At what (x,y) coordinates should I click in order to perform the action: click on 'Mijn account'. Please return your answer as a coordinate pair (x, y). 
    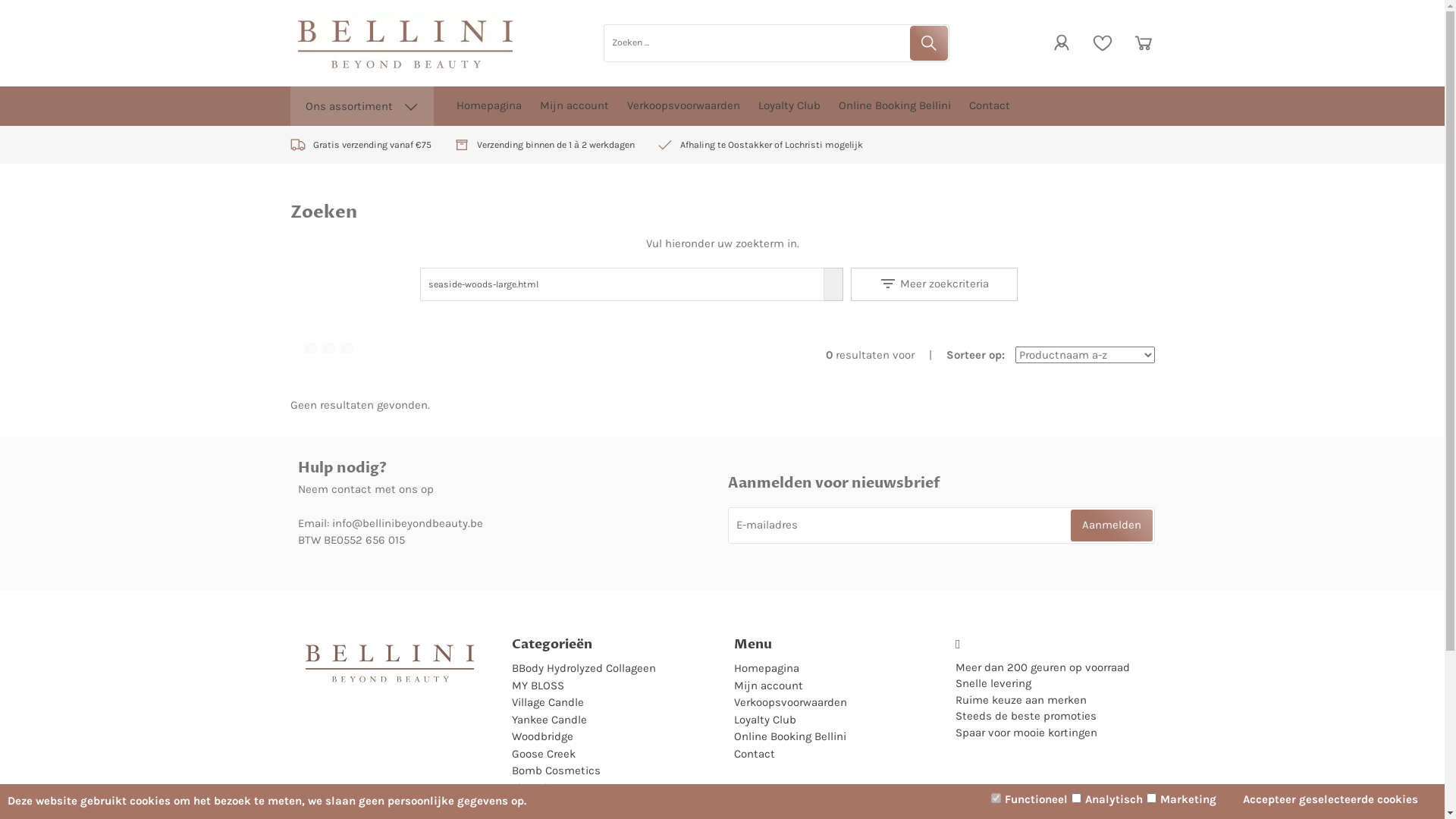
    Looking at the image, I should click on (573, 105).